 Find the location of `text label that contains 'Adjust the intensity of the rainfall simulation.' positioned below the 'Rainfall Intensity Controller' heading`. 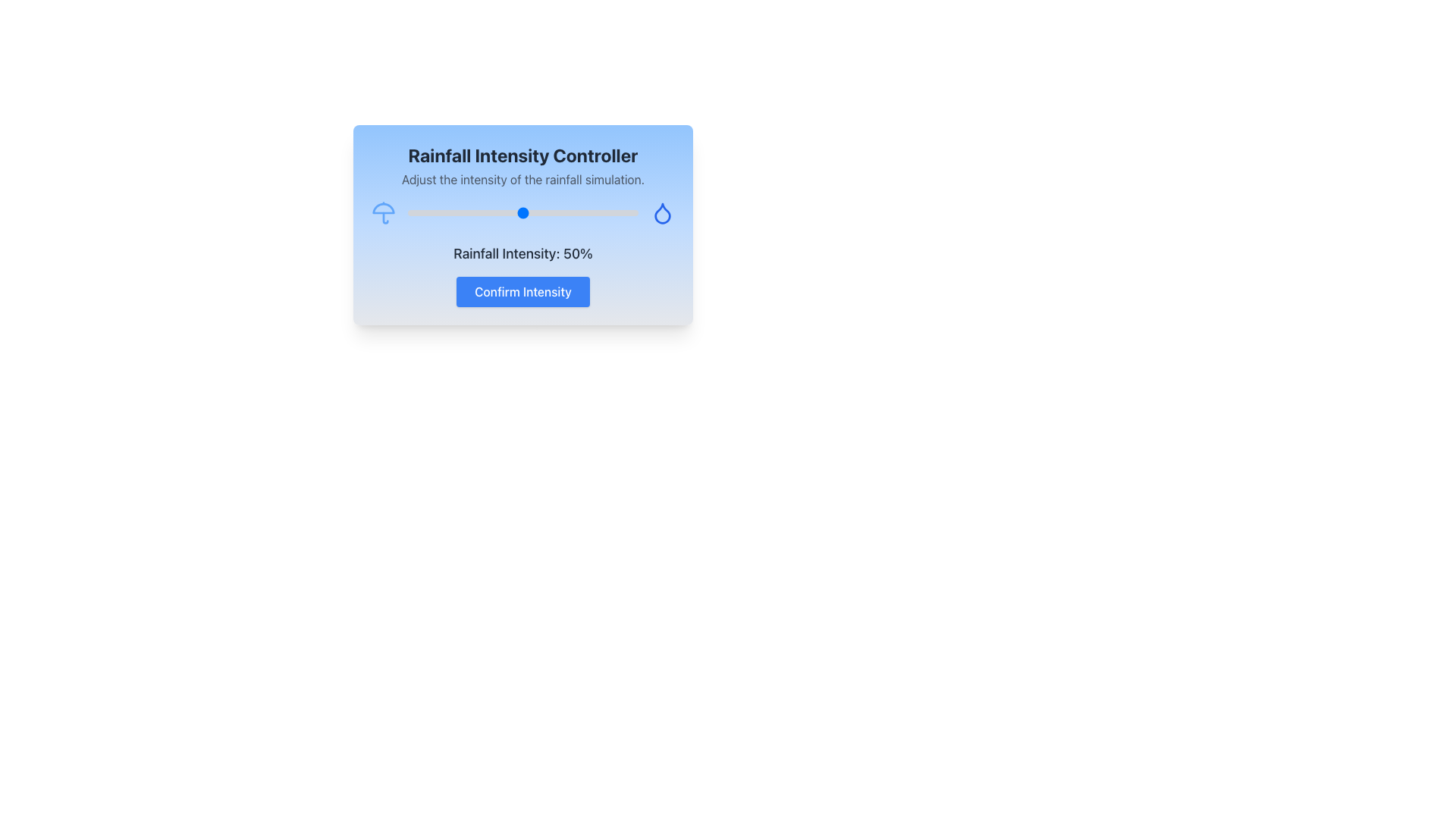

text label that contains 'Adjust the intensity of the rainfall simulation.' positioned below the 'Rainfall Intensity Controller' heading is located at coordinates (523, 178).